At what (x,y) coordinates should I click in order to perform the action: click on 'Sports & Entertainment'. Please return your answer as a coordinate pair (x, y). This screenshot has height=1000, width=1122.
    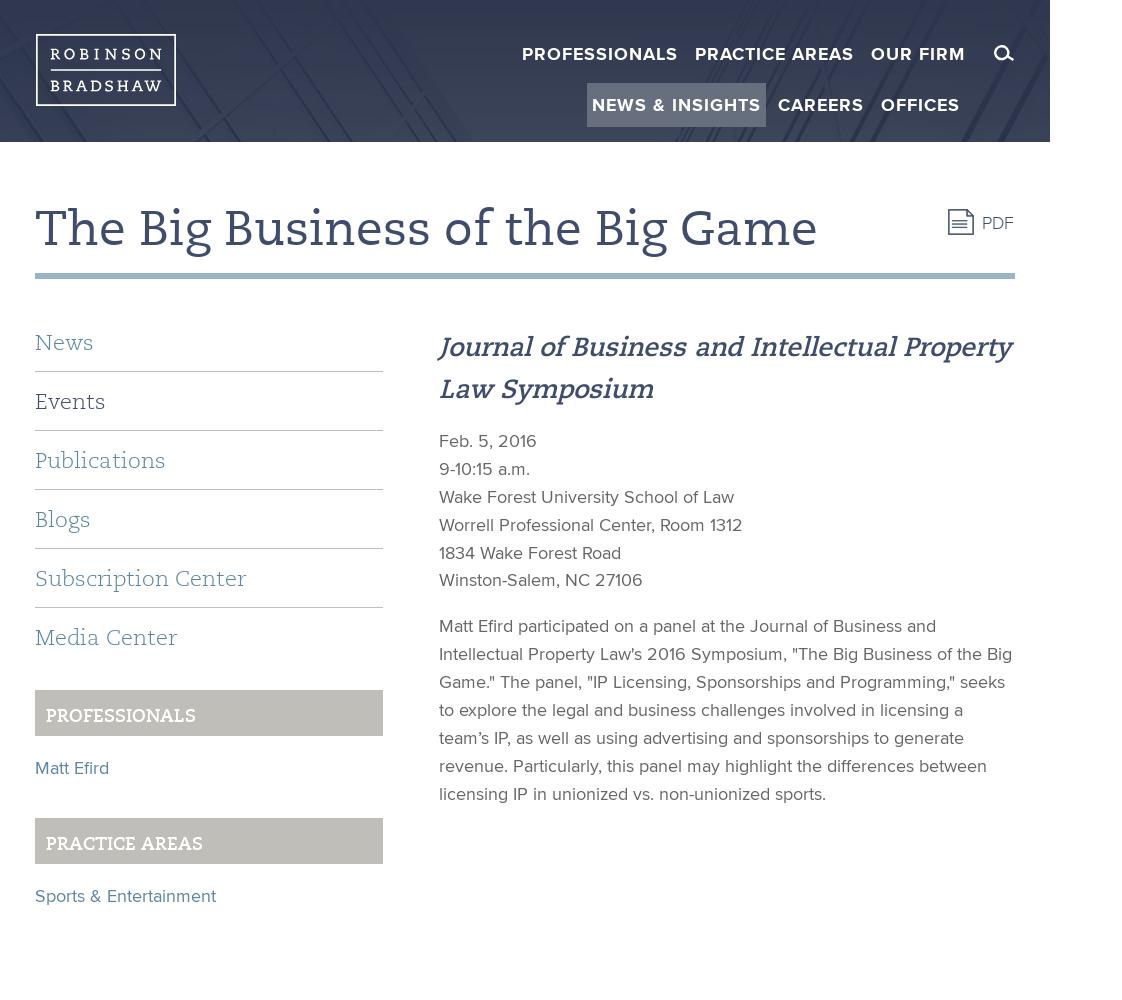
    Looking at the image, I should click on (124, 894).